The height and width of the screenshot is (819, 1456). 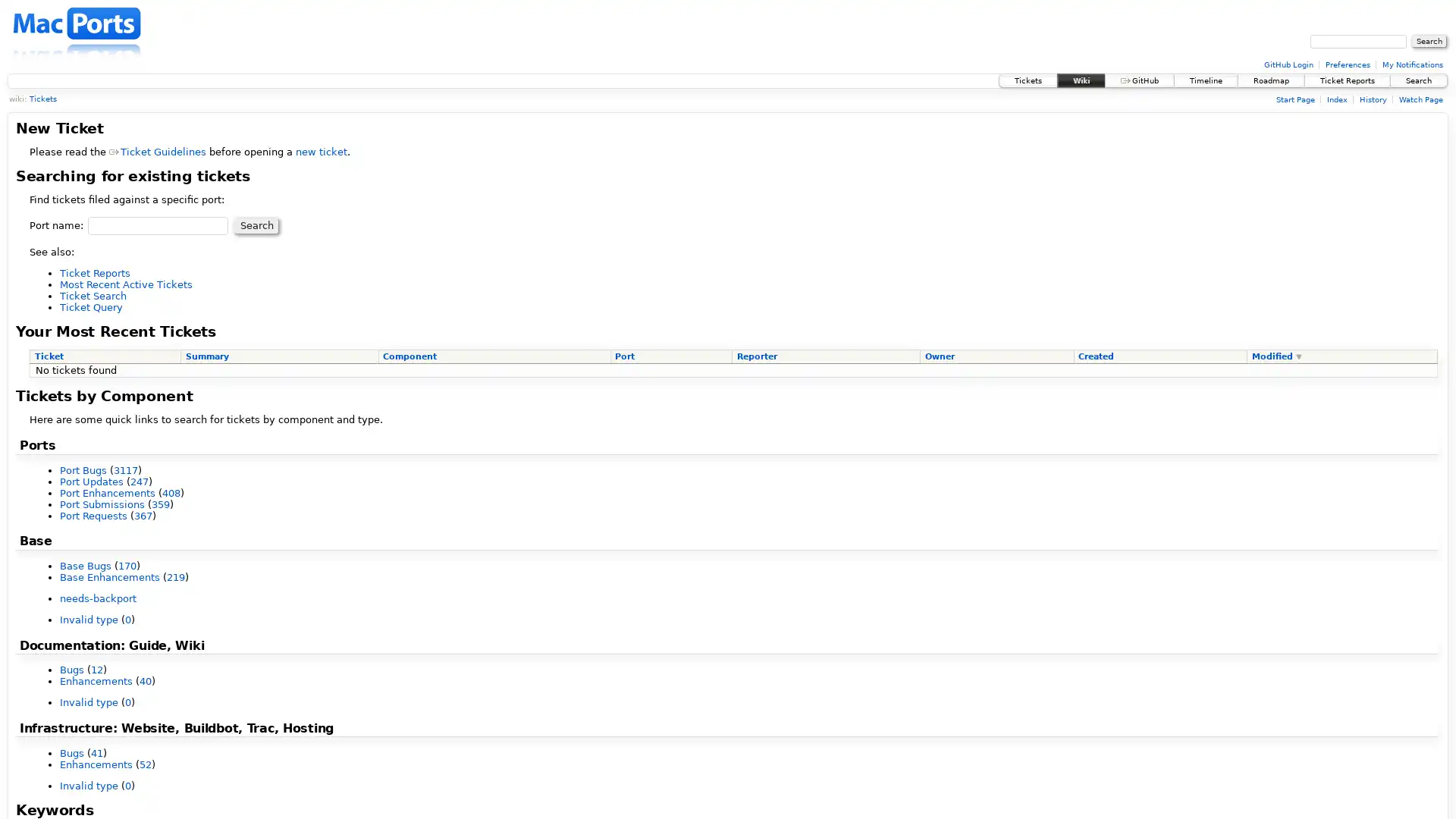 I want to click on Search, so click(x=256, y=225).